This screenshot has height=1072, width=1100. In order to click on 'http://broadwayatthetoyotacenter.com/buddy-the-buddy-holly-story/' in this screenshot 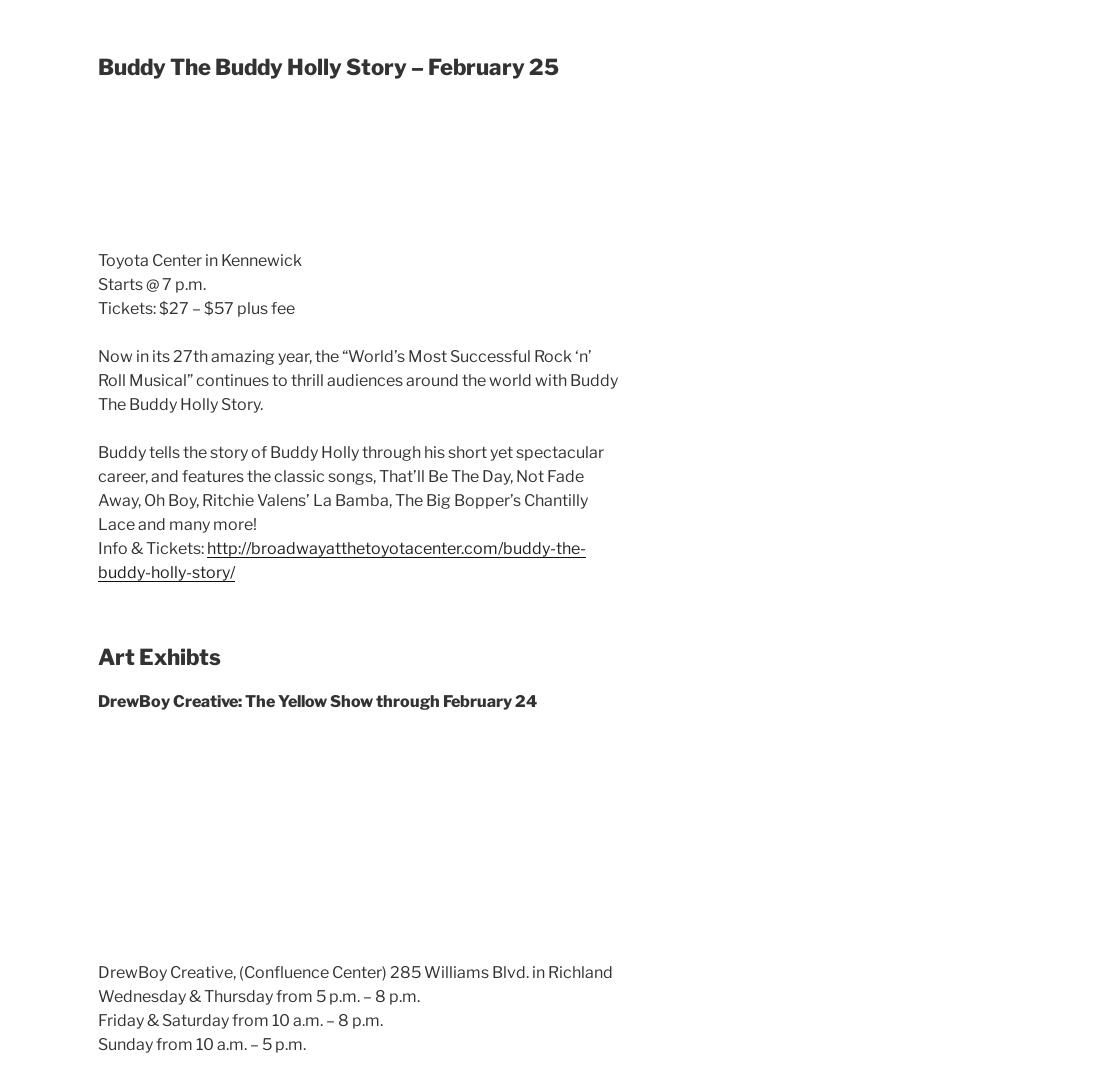, I will do `click(340, 559)`.